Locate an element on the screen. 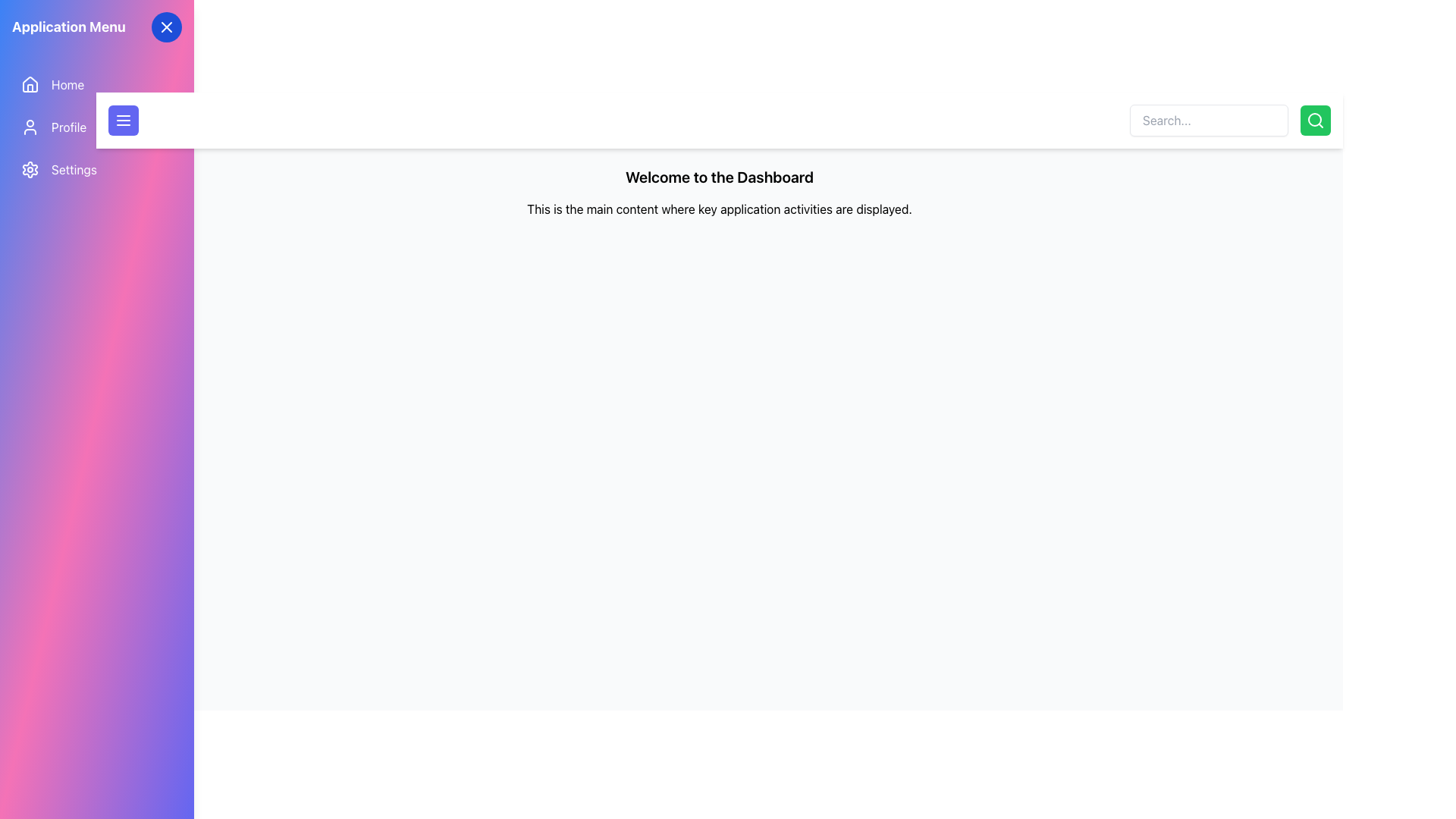  the navigation button at the top of the vertical menu on the left-hand side to trigger the hover effect is located at coordinates (96, 84).